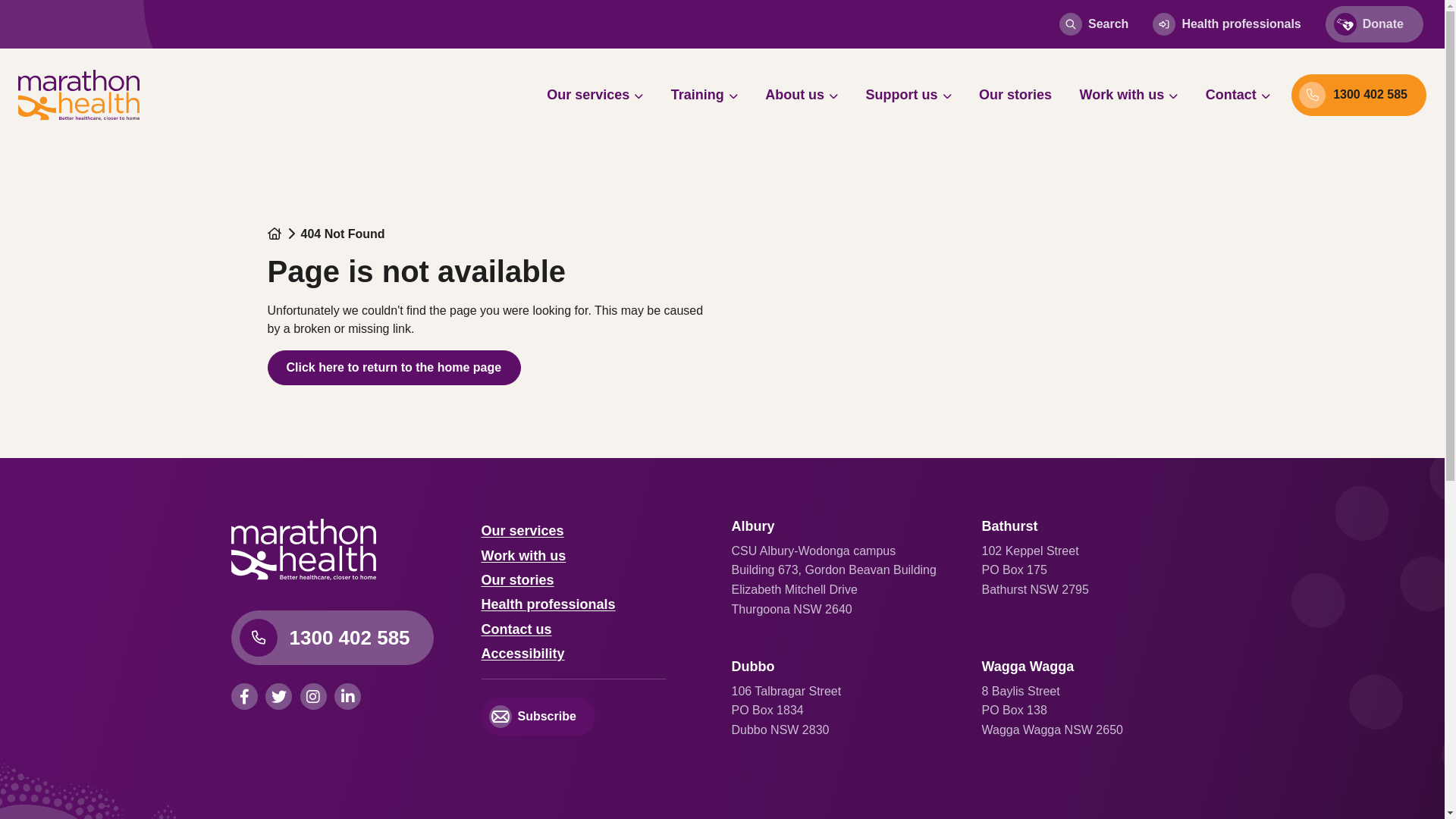 Image resolution: width=1456 pixels, height=819 pixels. I want to click on '1300 402 585', so click(331, 637).